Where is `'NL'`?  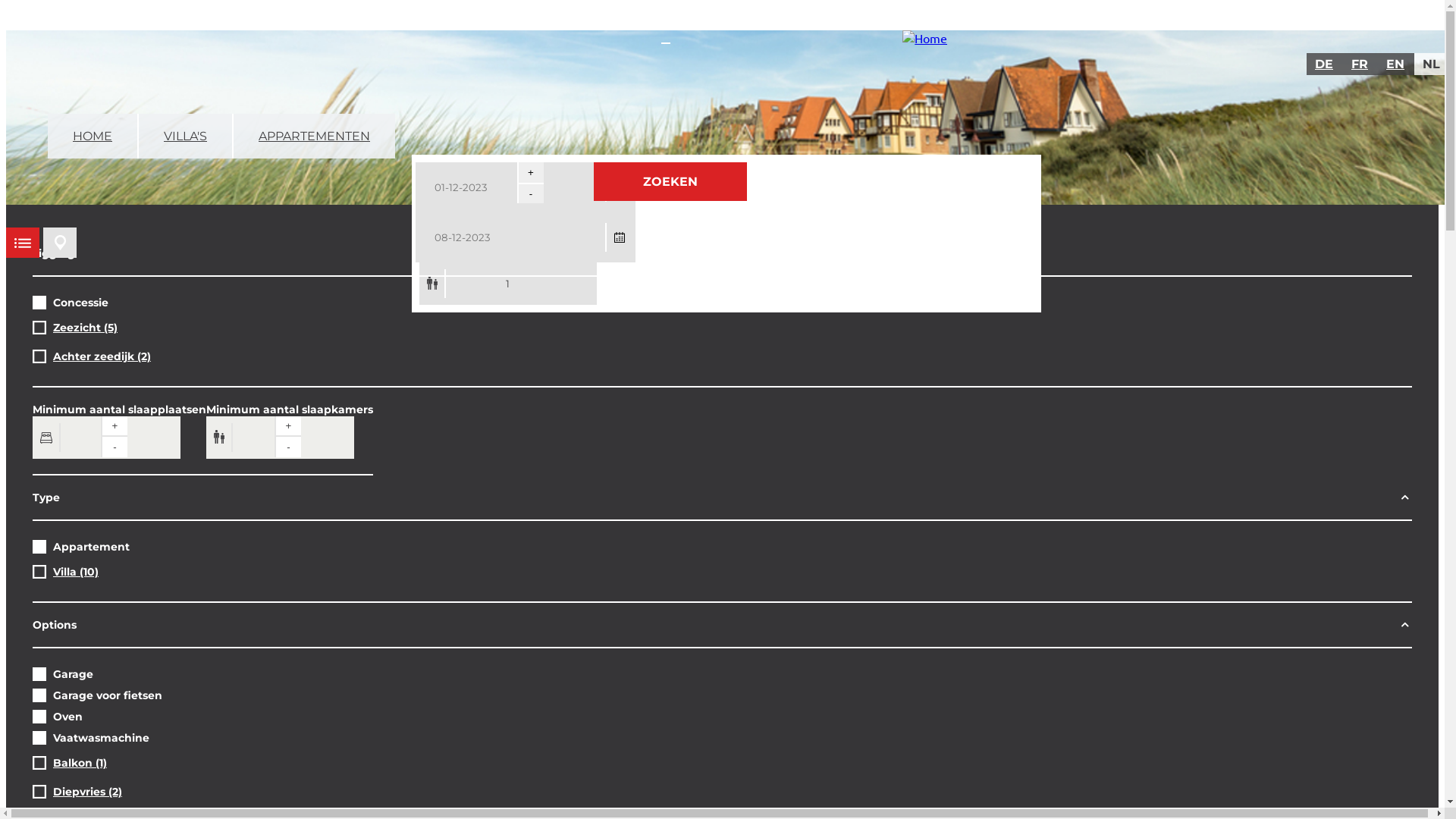 'NL' is located at coordinates (1431, 63).